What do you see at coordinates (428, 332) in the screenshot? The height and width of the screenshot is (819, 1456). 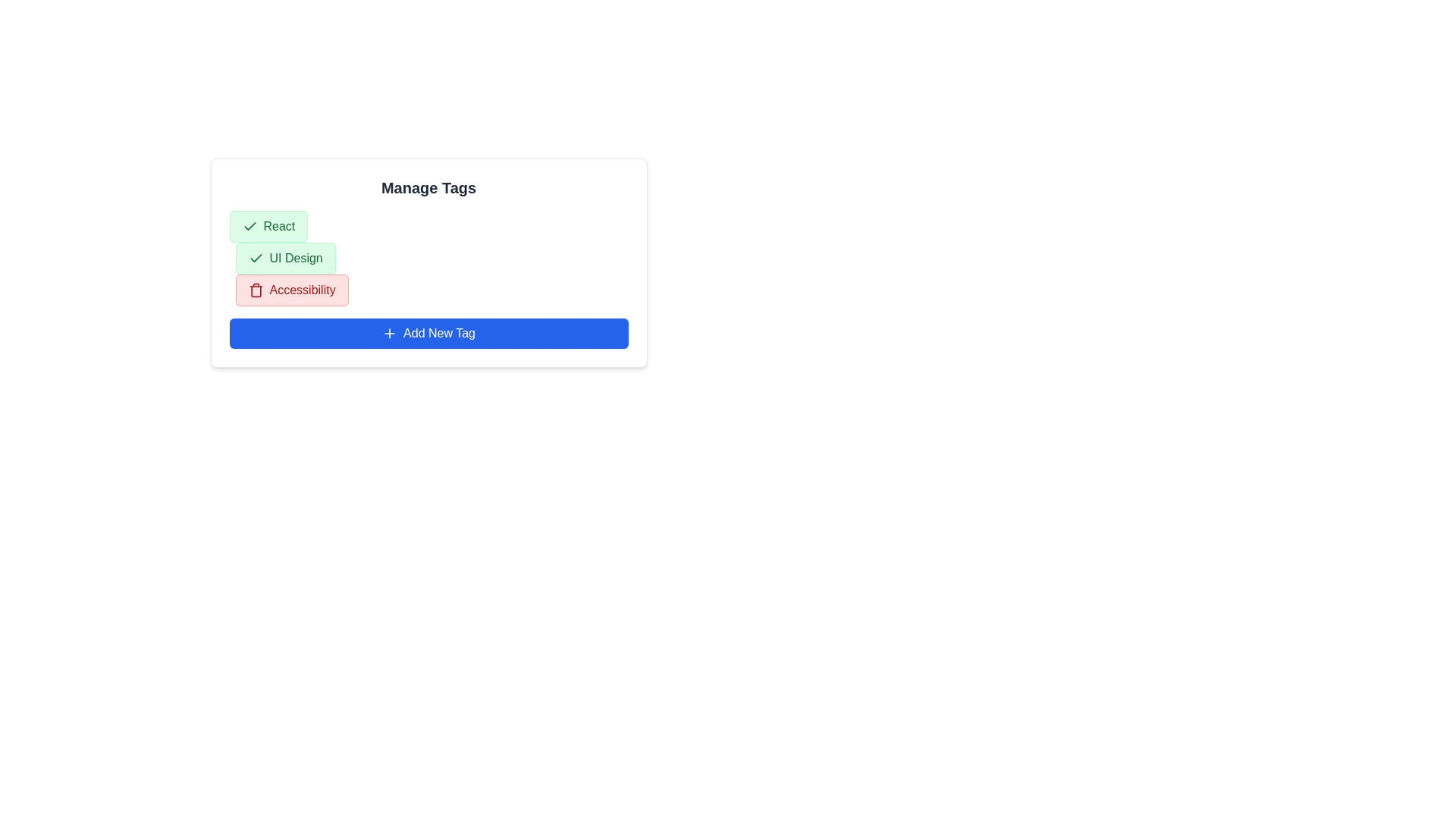 I see `the button used to add a new tag located at the bottom of the 'Manage Tags' section` at bounding box center [428, 332].